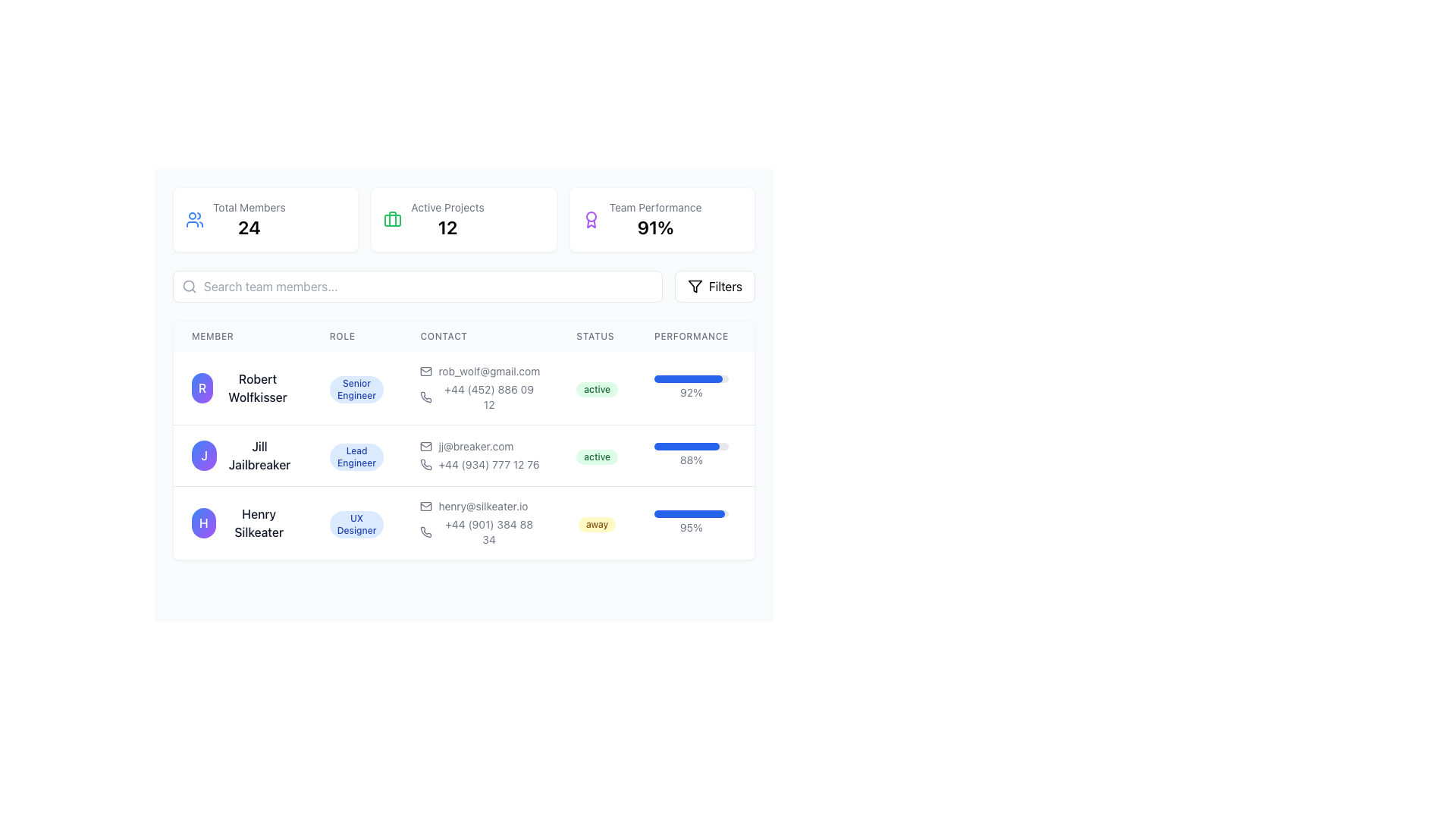 The height and width of the screenshot is (819, 1456). I want to click on text displayed on the role badge located in the third row of the team member details table, which is directly to the right of the name 'Henry Silkeater', so click(356, 523).